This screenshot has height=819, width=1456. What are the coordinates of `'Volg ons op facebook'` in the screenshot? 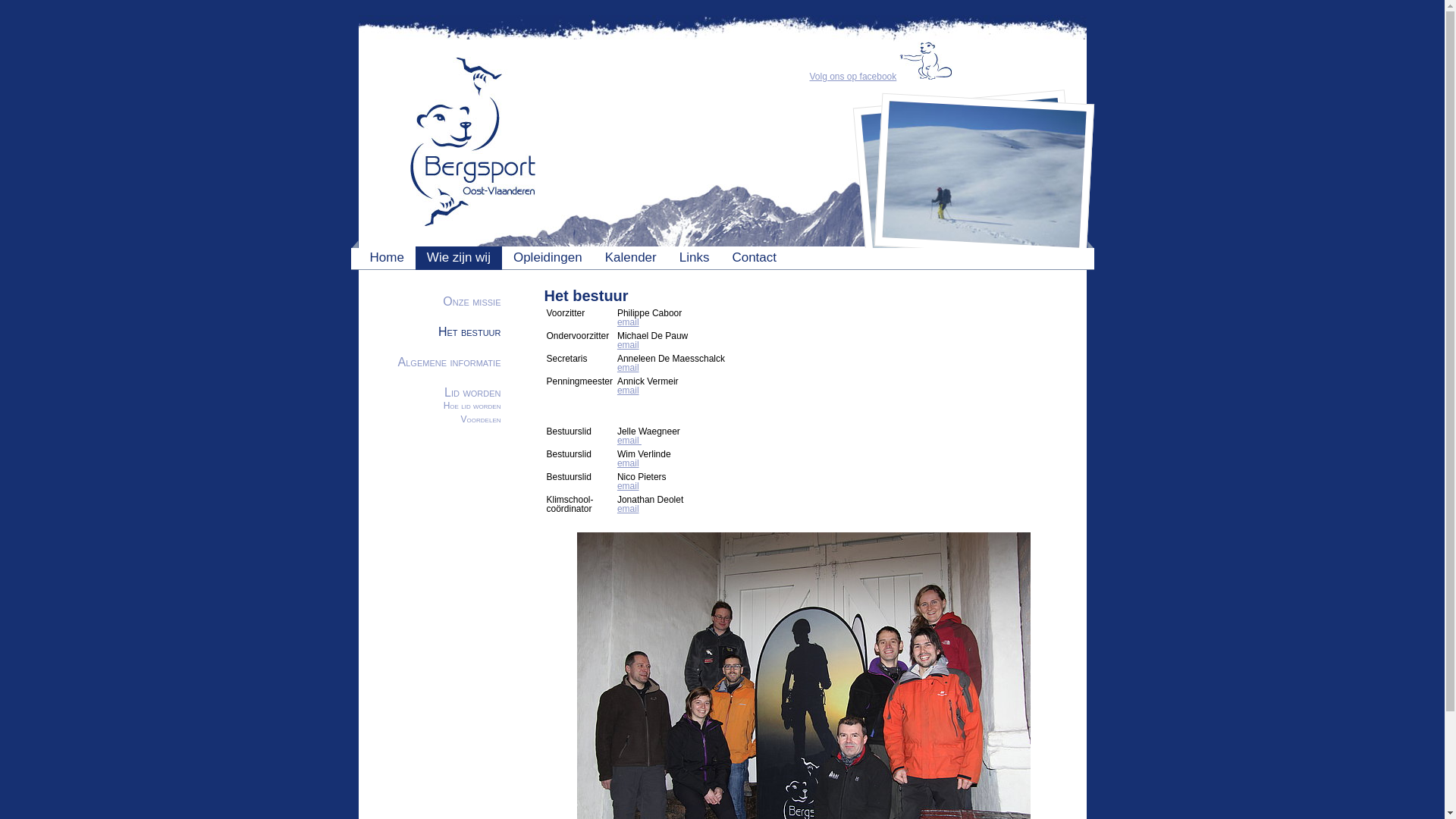 It's located at (853, 76).